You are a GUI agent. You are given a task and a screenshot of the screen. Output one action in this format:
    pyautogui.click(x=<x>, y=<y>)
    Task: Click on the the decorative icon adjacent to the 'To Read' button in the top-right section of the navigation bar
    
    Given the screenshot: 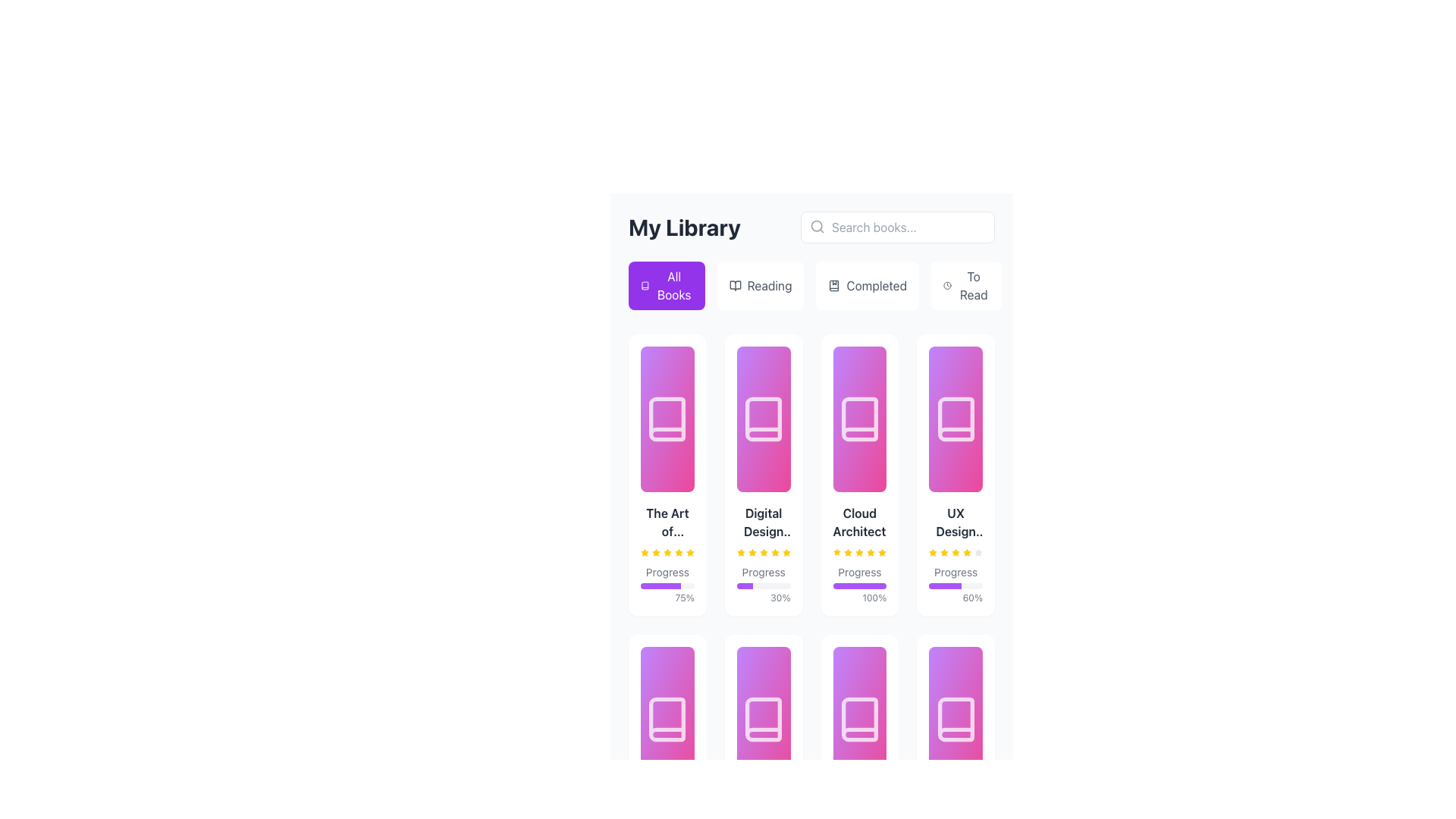 What is the action you would take?
    pyautogui.click(x=946, y=286)
    